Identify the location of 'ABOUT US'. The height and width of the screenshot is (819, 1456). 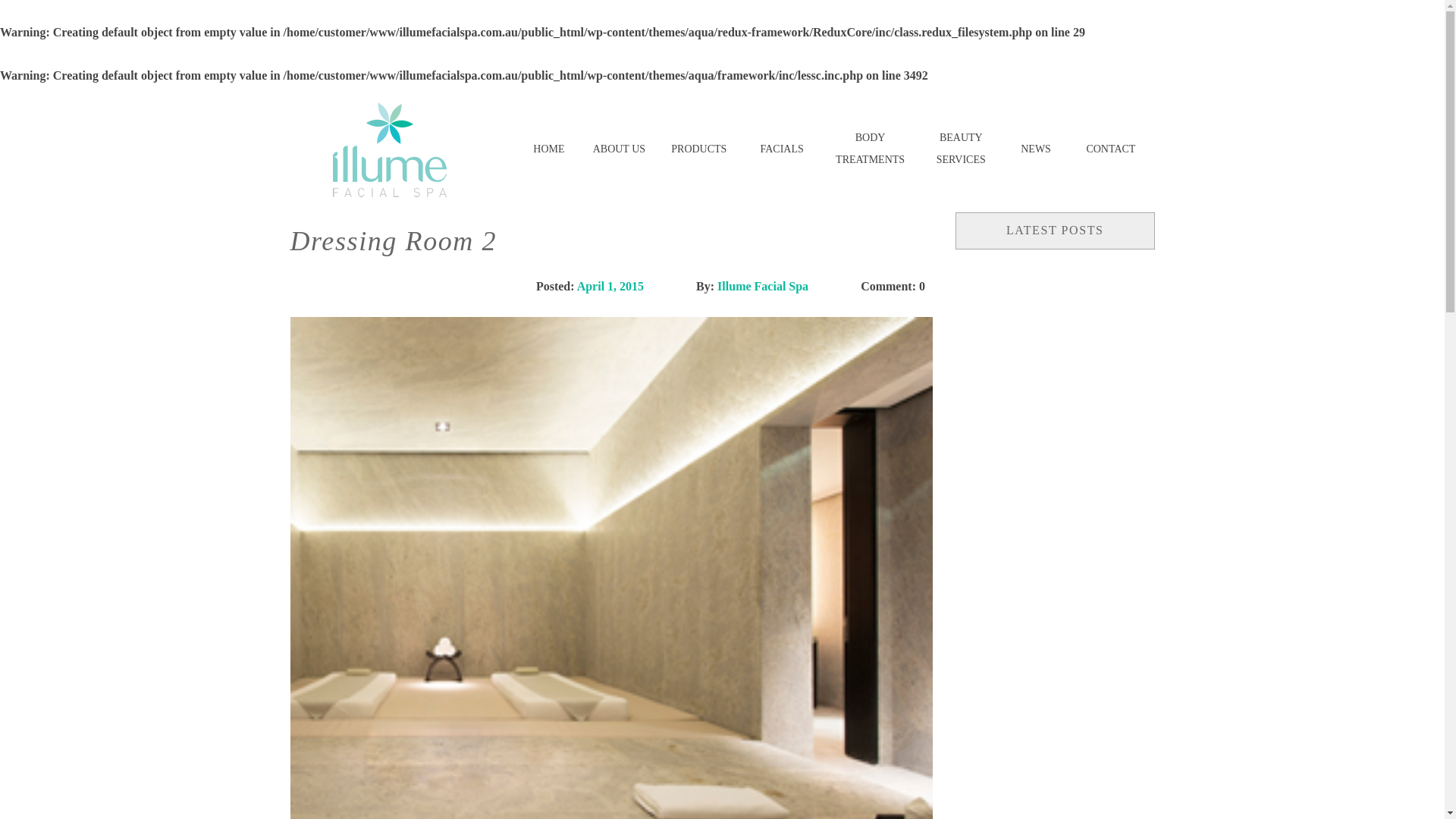
(619, 149).